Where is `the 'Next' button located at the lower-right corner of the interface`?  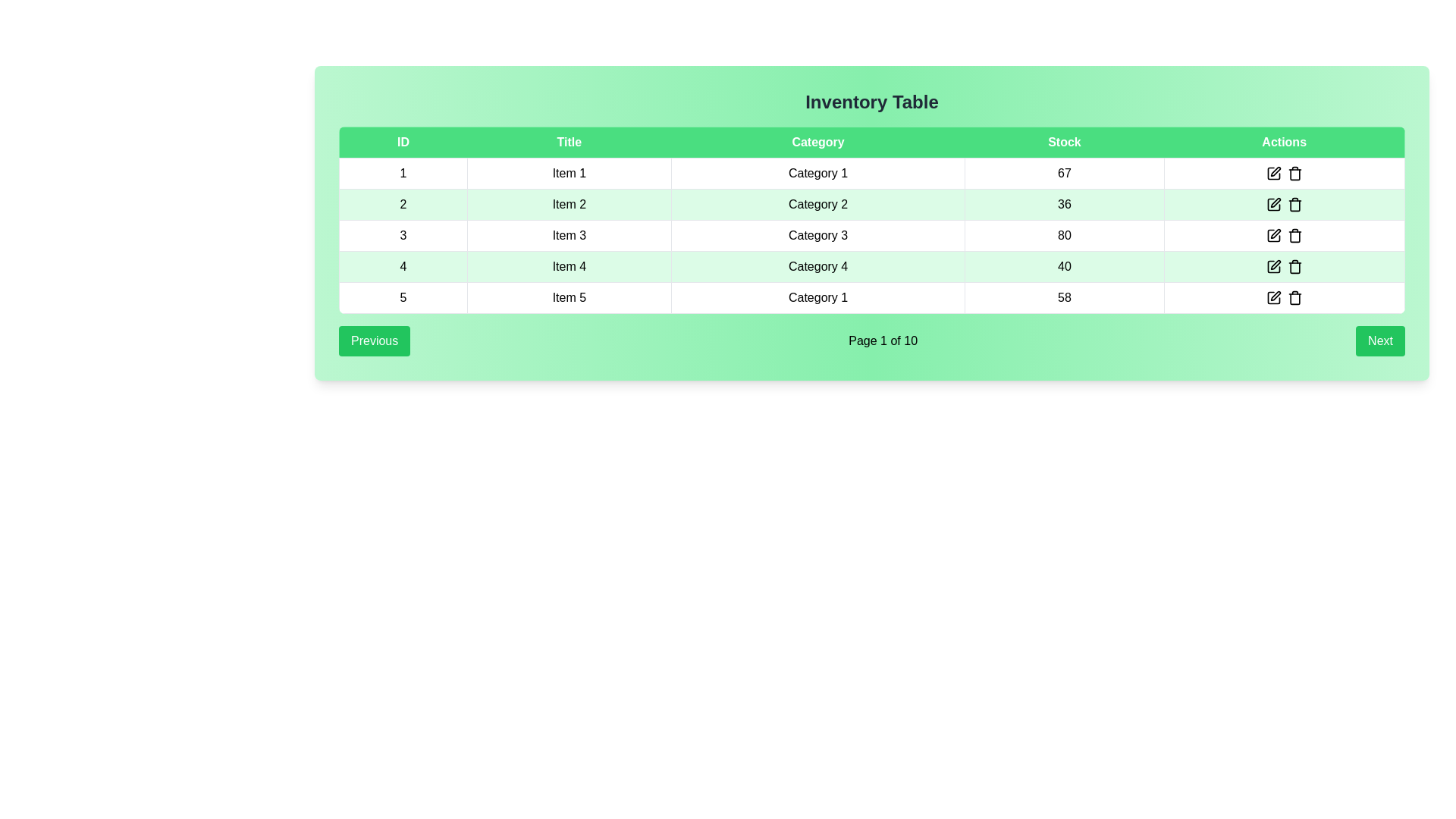 the 'Next' button located at the lower-right corner of the interface is located at coordinates (1380, 341).